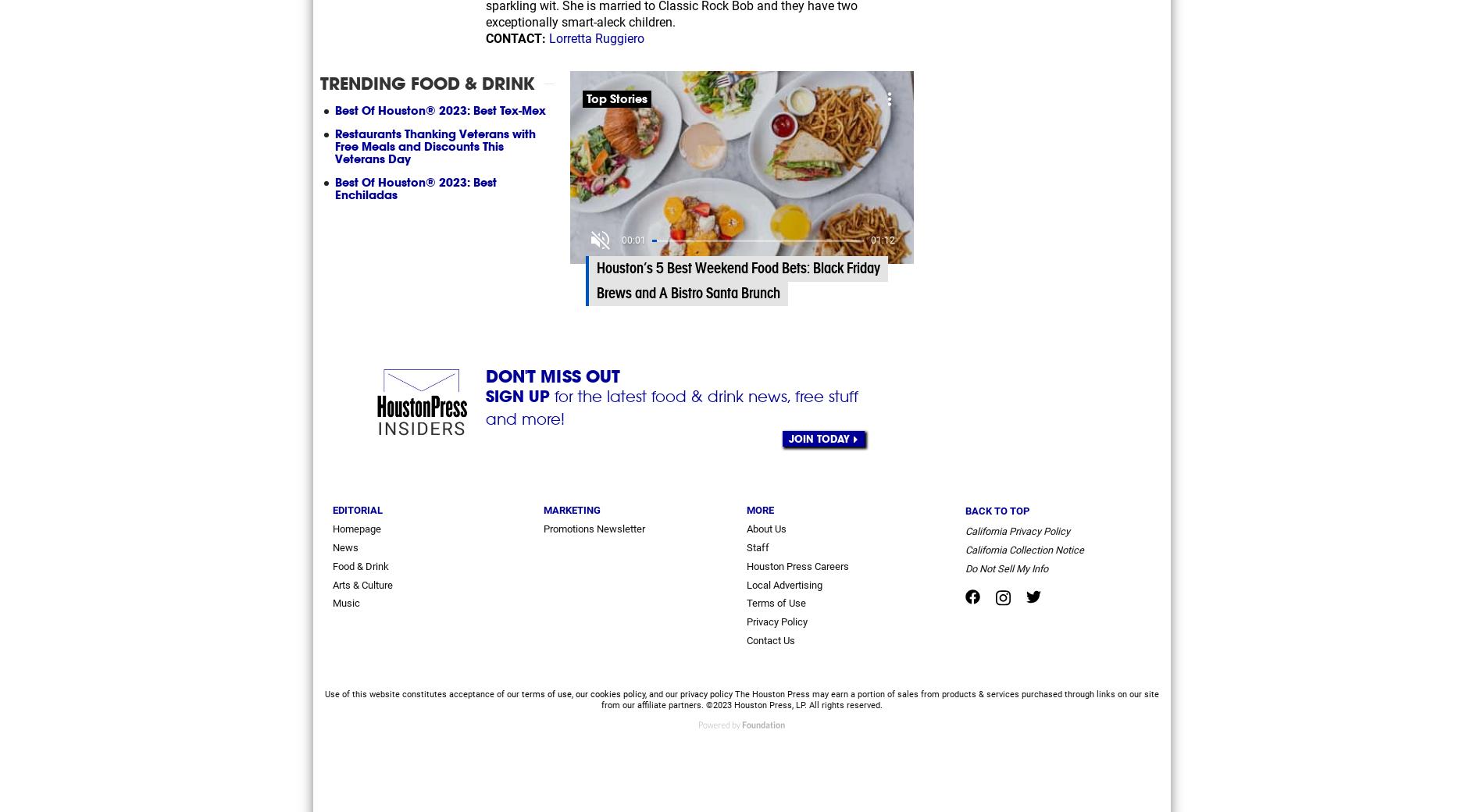 The image size is (1484, 812). What do you see at coordinates (571, 510) in the screenshot?
I see `'Marketing'` at bounding box center [571, 510].